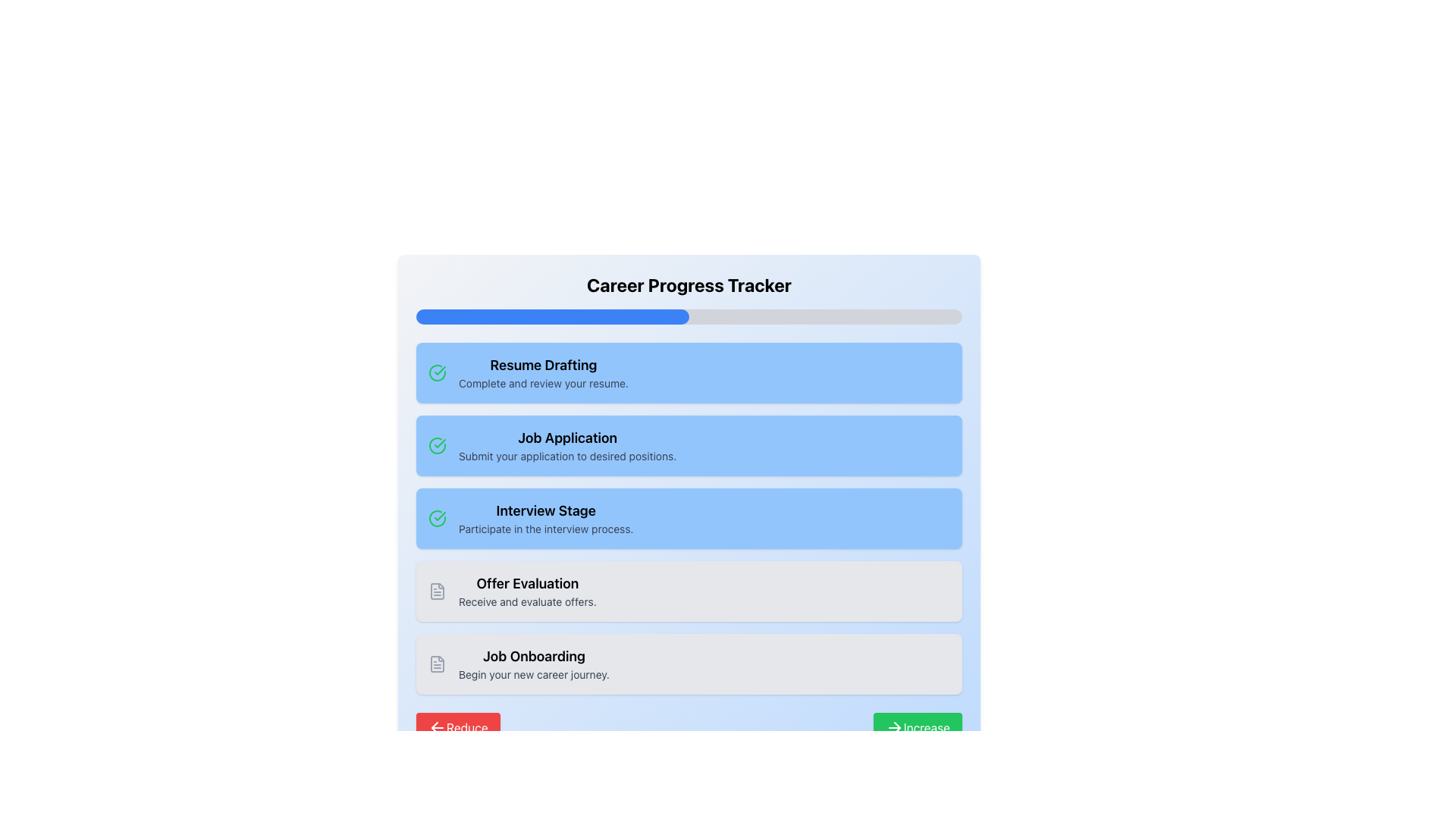 This screenshot has width=1456, height=819. Describe the element at coordinates (566, 444) in the screenshot. I see `the 'Job Application' section, which features a bold headline and a subdued description, positioned between 'Resume Drafting' and 'Interview Stage' in the progress tracker interface` at that location.